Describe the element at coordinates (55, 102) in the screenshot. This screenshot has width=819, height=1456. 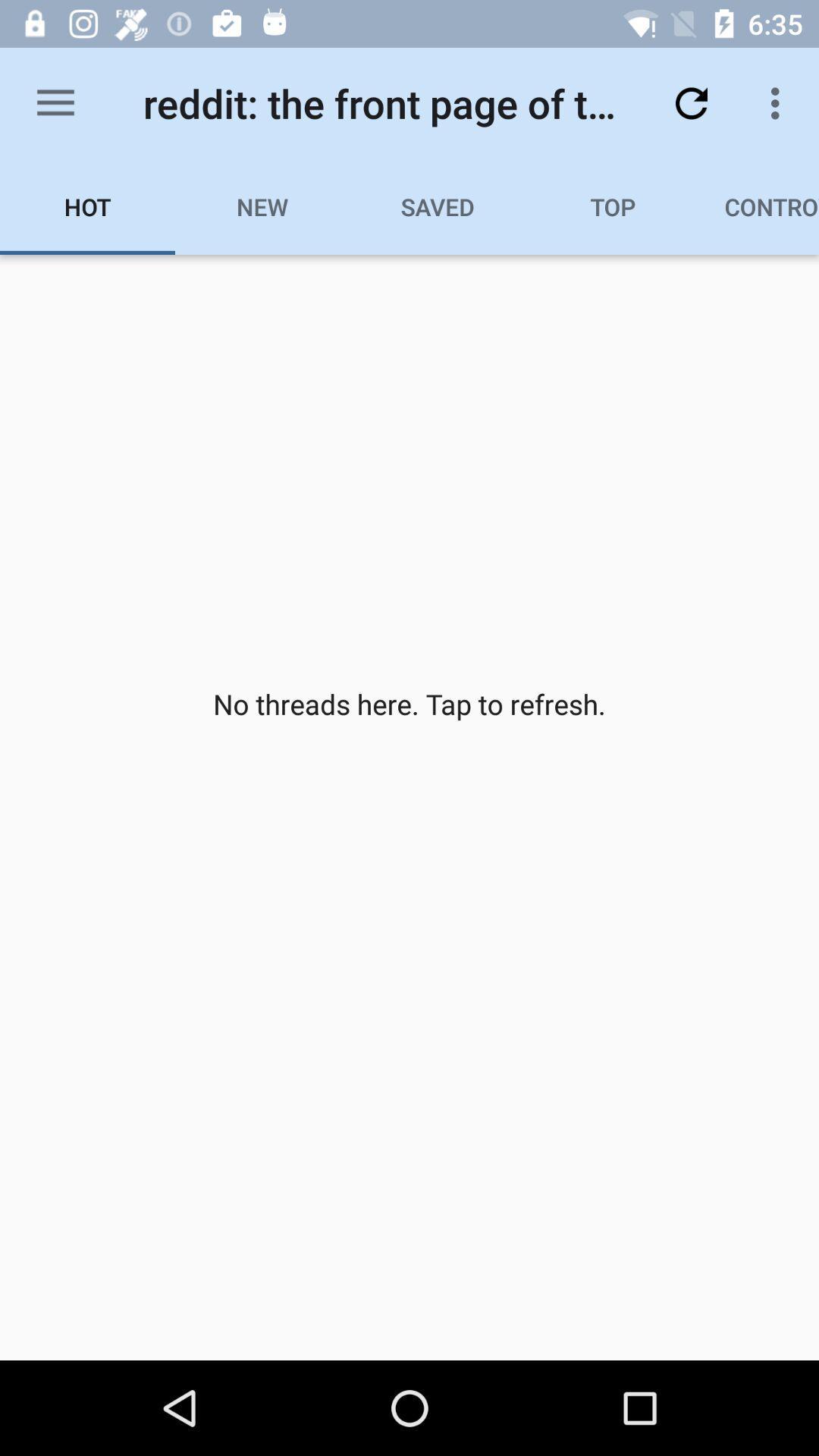
I see `the item next to the reddit the front` at that location.